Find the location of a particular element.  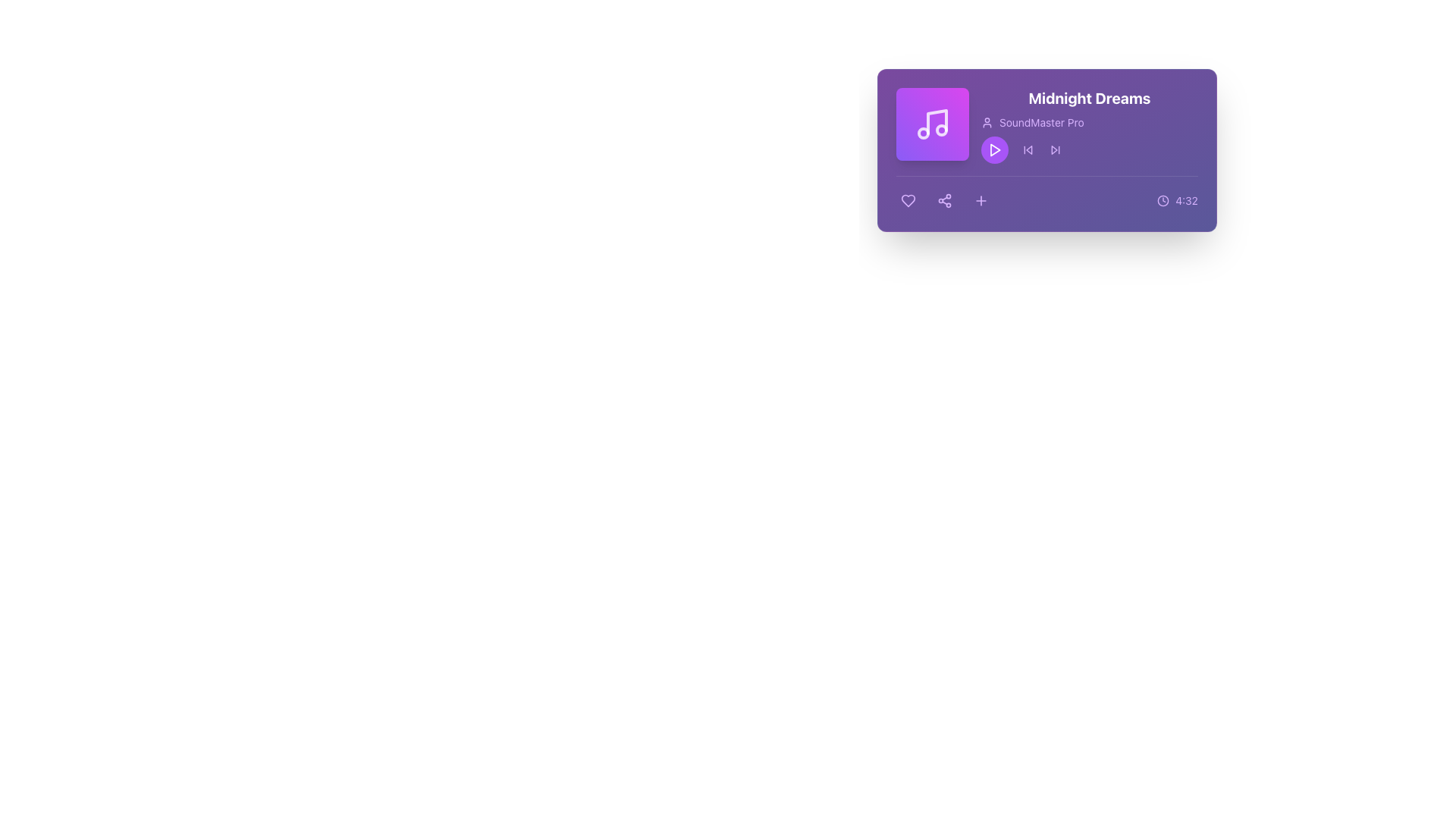

the backward skip icon button, which is an SVG icon shaped like a triangular arrow pointing left, to skip to the previous track is located at coordinates (1028, 149).